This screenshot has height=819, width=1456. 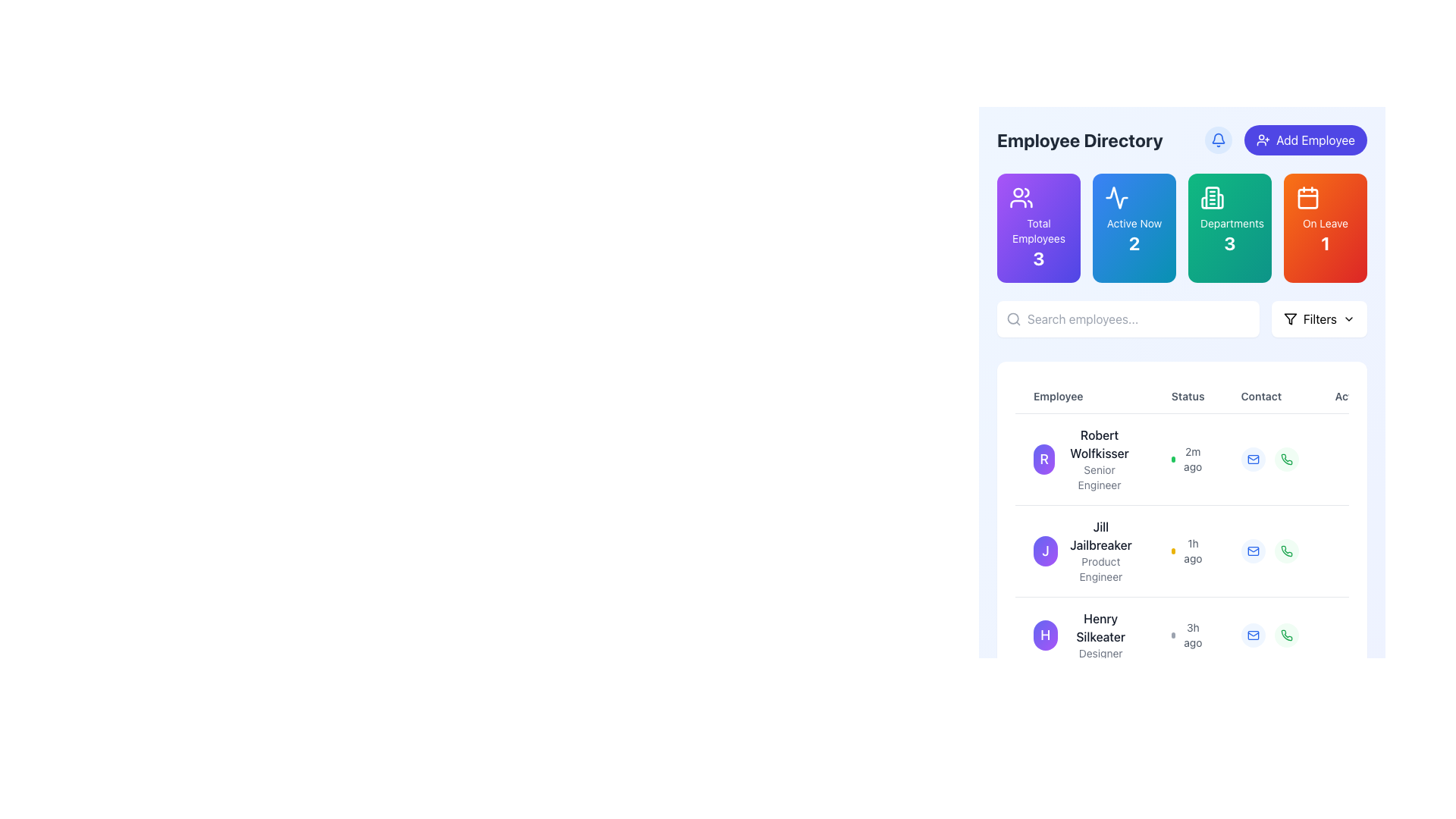 What do you see at coordinates (1187, 635) in the screenshot?
I see `the '3h ago' label next to the circular dot in the 'Status' column for 'Henry Silkeater'` at bounding box center [1187, 635].